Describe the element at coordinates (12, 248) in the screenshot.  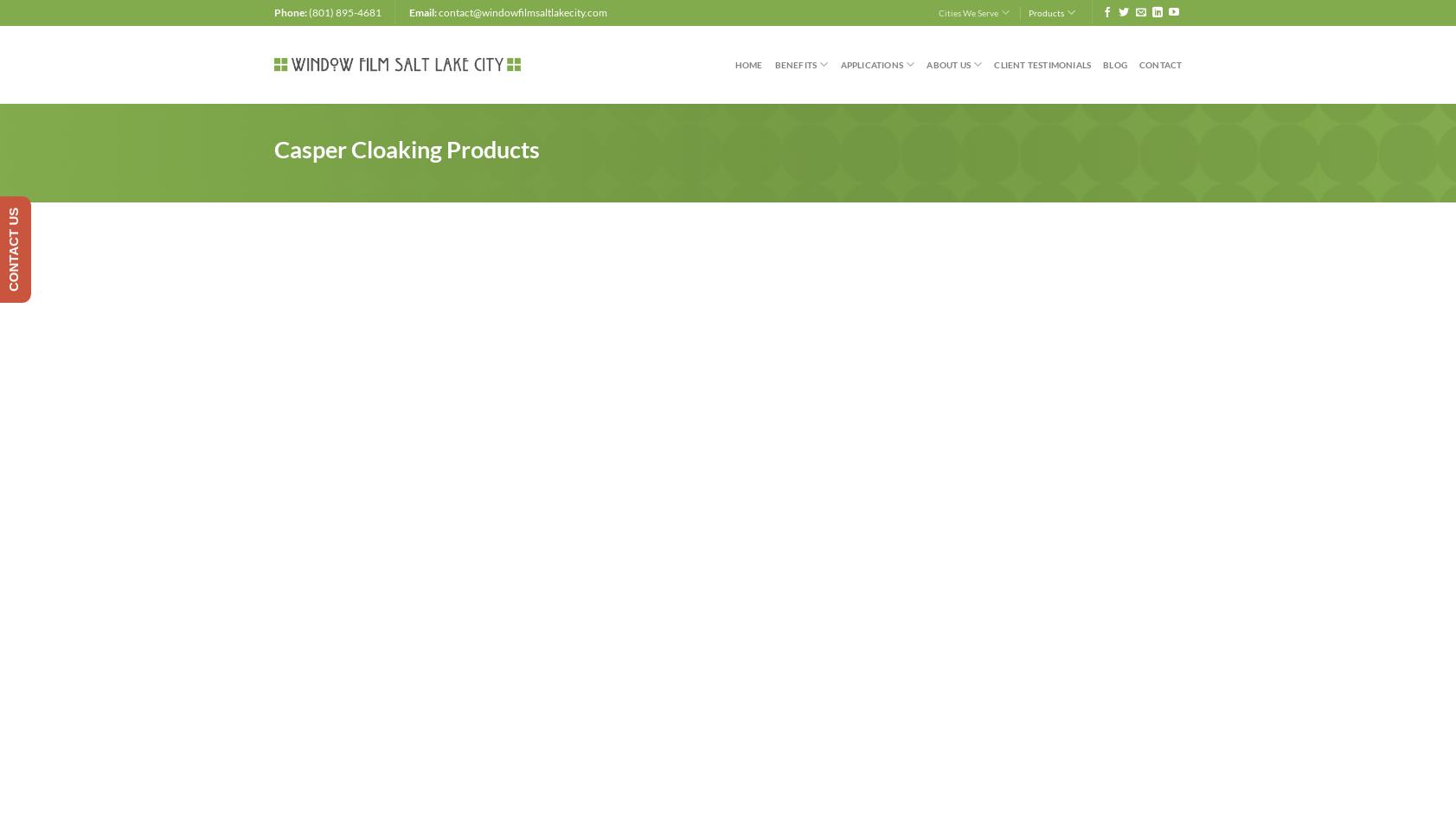
I see `'CONTACT US'` at that location.